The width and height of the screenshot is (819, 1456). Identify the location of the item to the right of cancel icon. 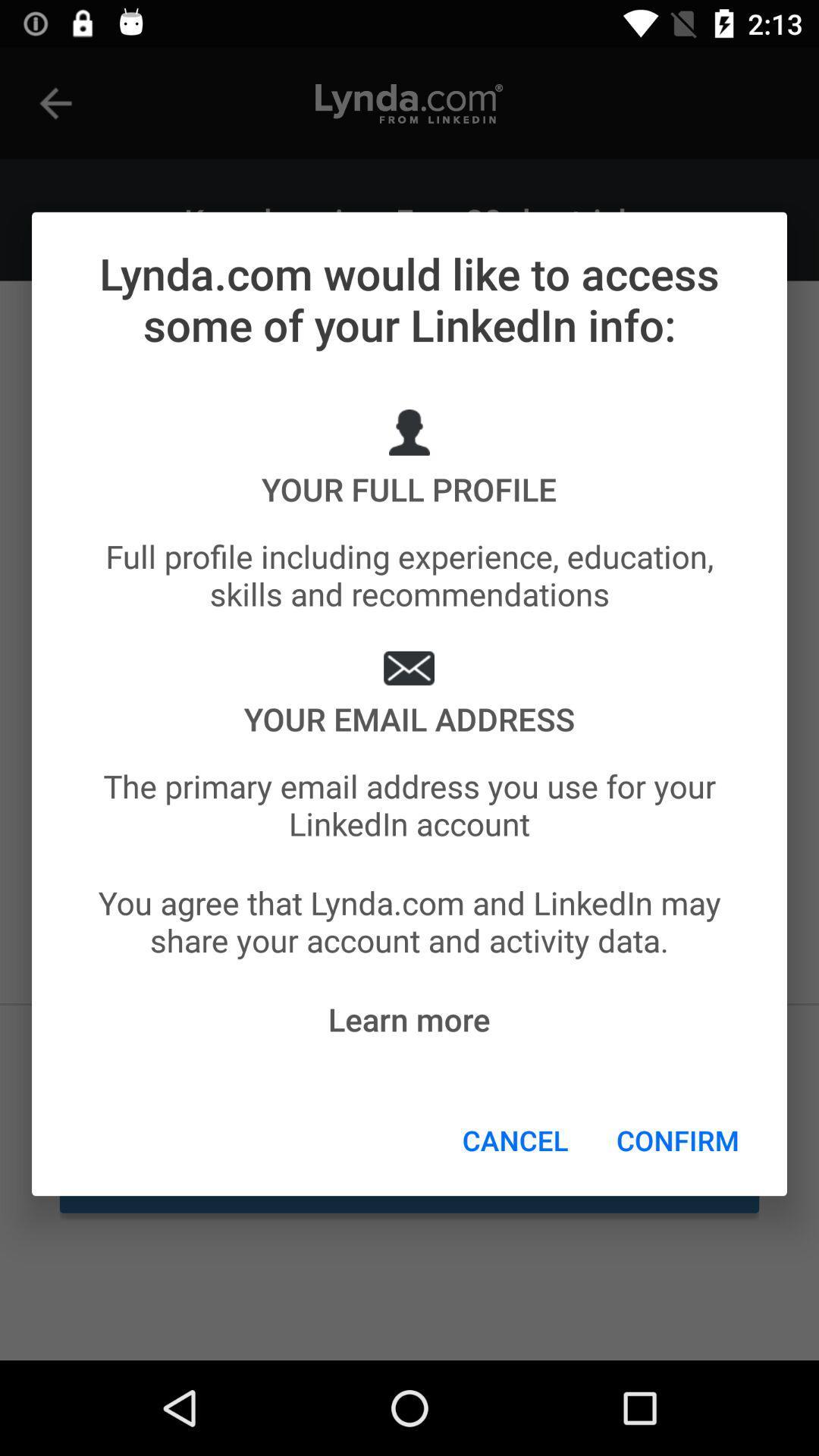
(677, 1140).